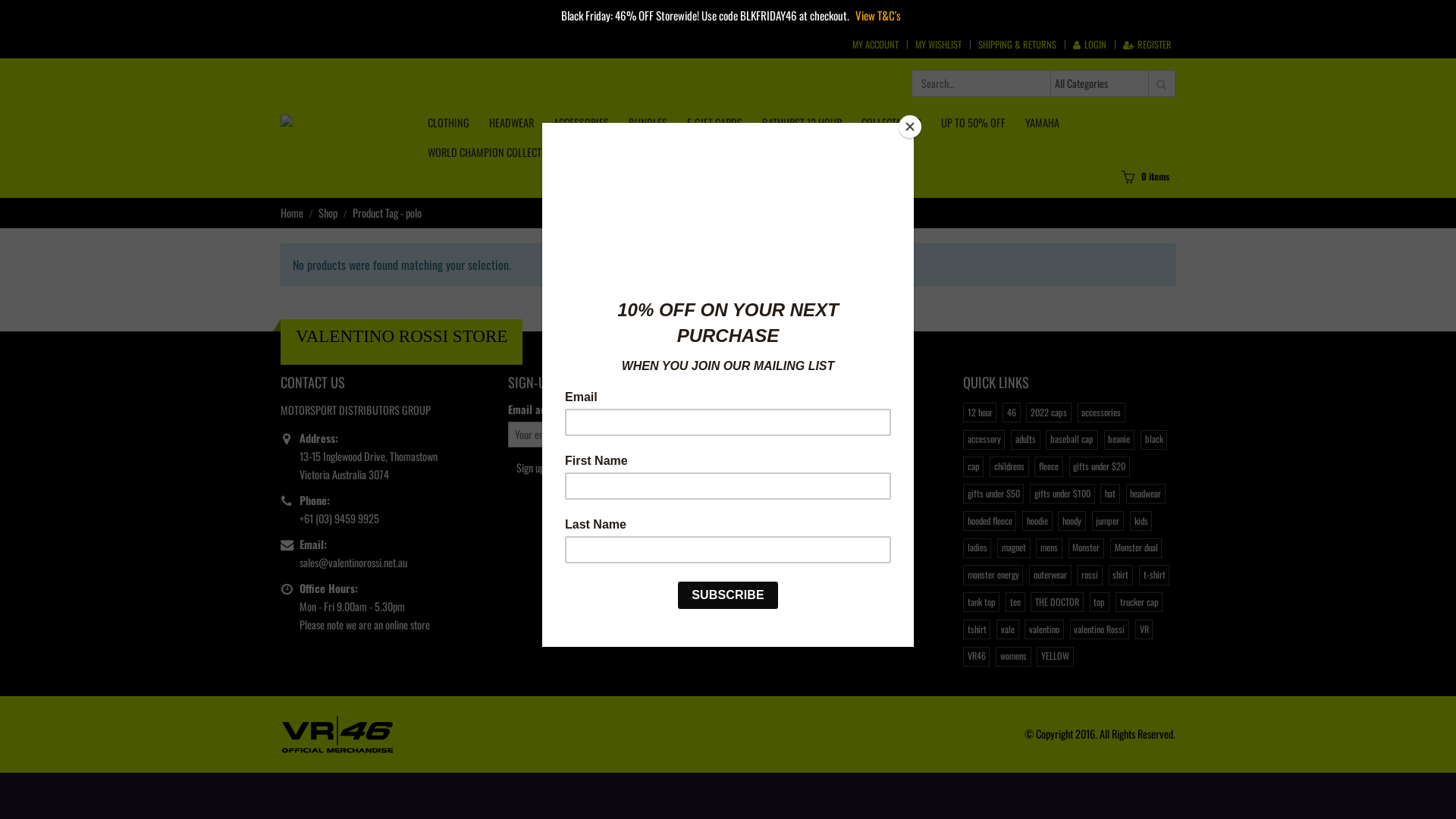 The image size is (1456, 819). Describe the element at coordinates (1099, 601) in the screenshot. I see `'top'` at that location.